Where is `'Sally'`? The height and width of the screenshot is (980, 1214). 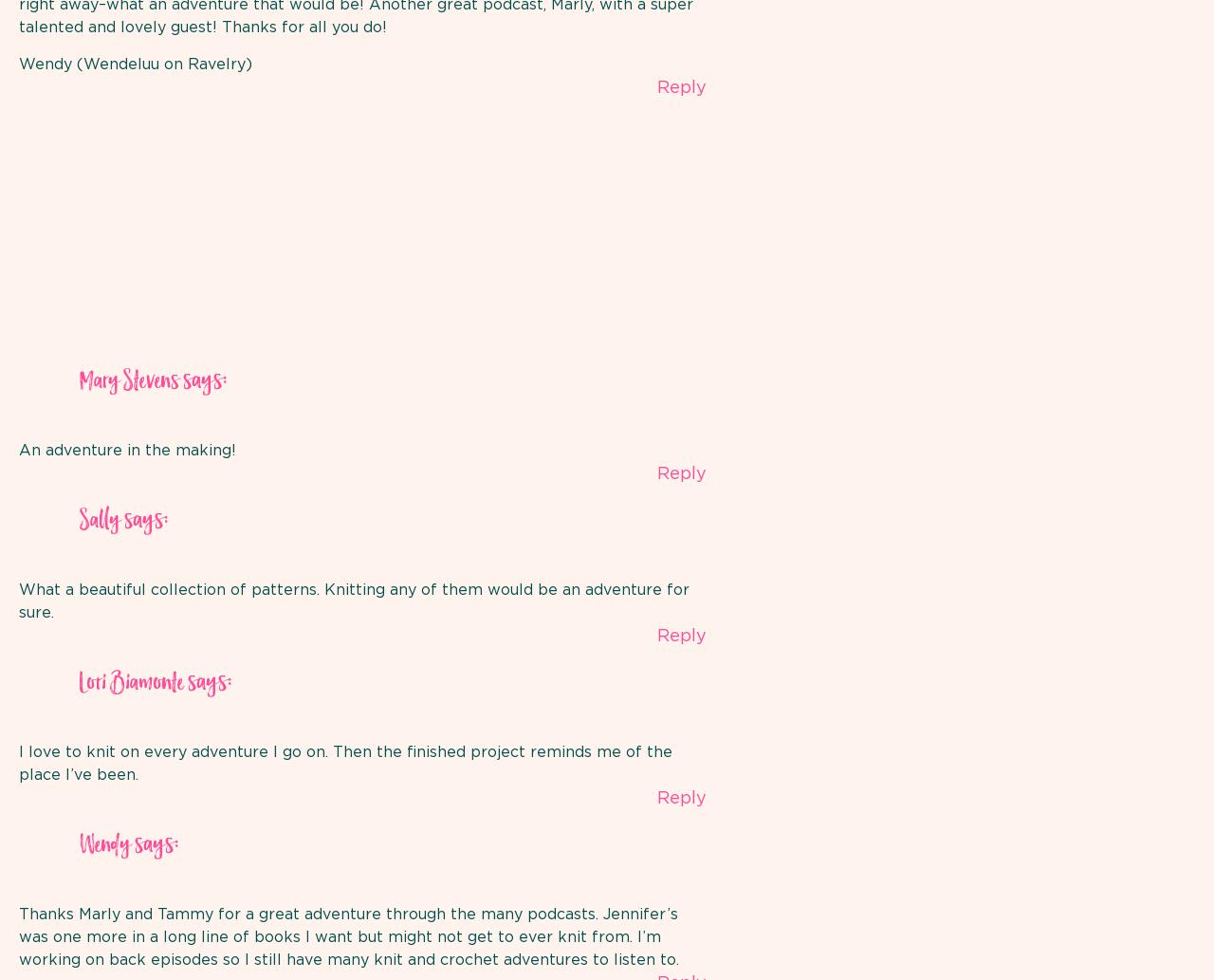 'Sally' is located at coordinates (99, 520).